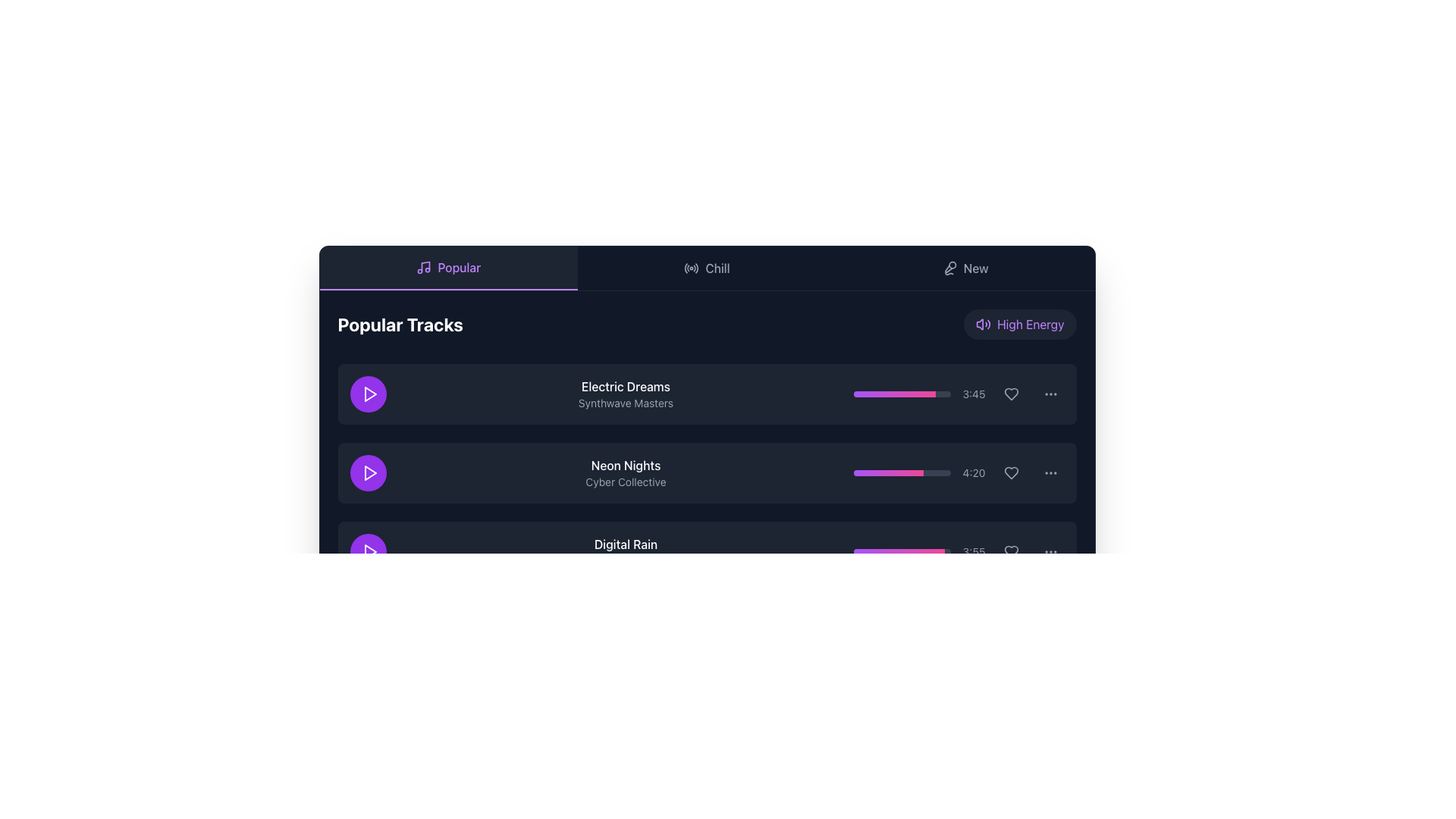 Image resolution: width=1456 pixels, height=819 pixels. Describe the element at coordinates (717, 268) in the screenshot. I see `the 'Chill' music category label located near the center of the top navigation bar` at that location.